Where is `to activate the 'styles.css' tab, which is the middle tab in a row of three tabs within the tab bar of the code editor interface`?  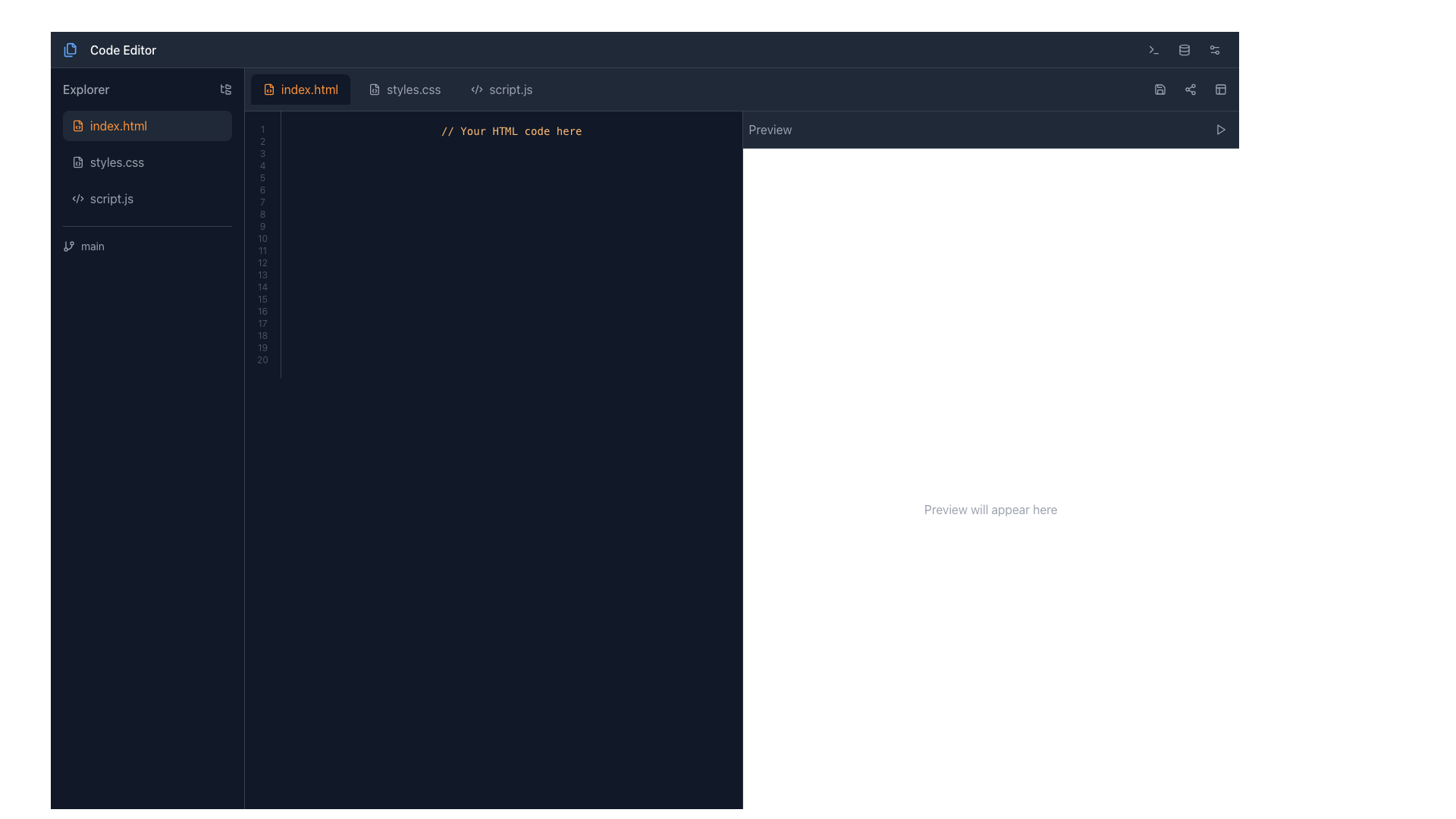 to activate the 'styles.css' tab, which is the middle tab in a row of three tabs within the tab bar of the code editor interface is located at coordinates (397, 89).